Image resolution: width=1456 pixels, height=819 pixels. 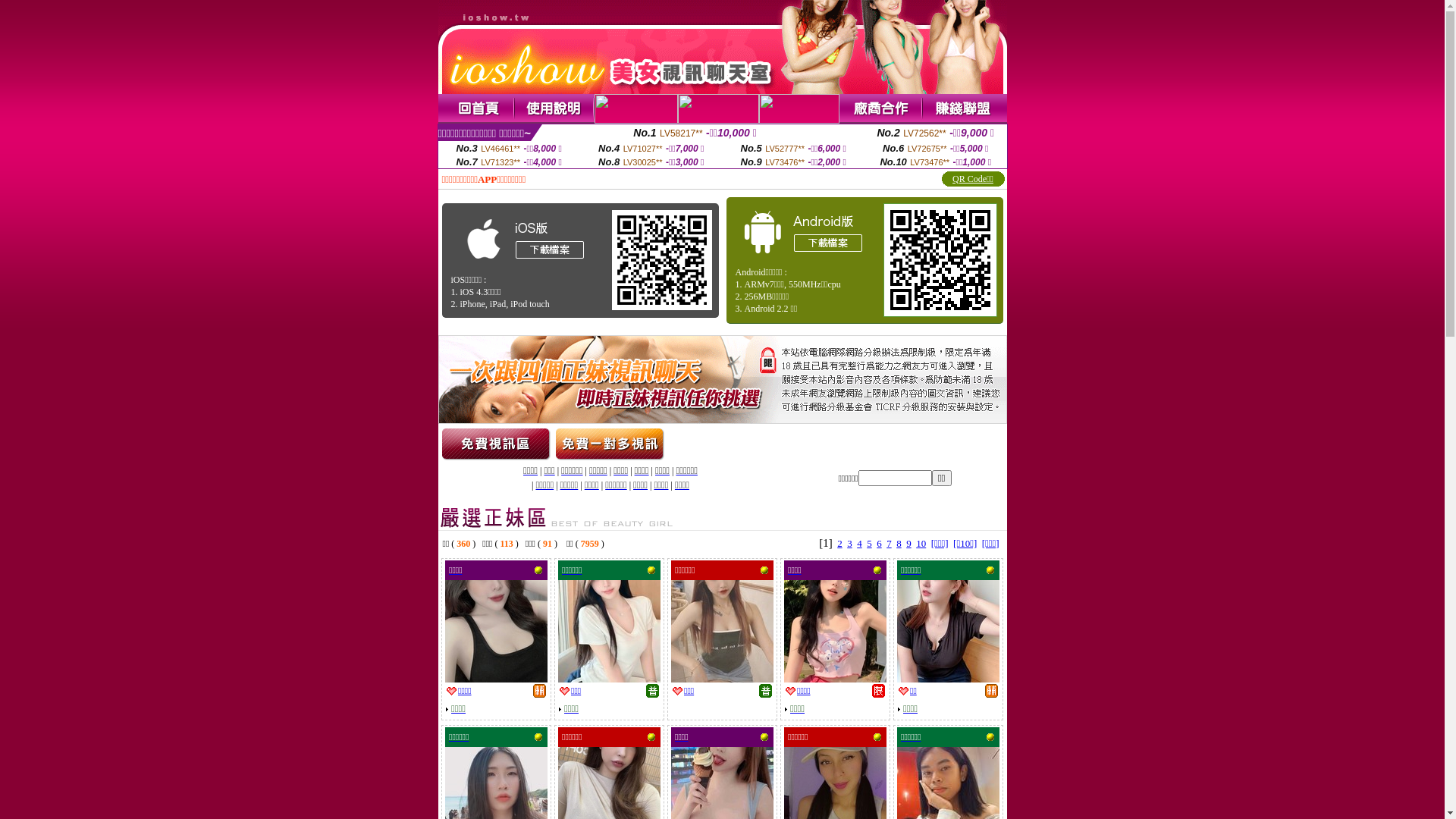 What do you see at coordinates (906, 542) in the screenshot?
I see `'9'` at bounding box center [906, 542].